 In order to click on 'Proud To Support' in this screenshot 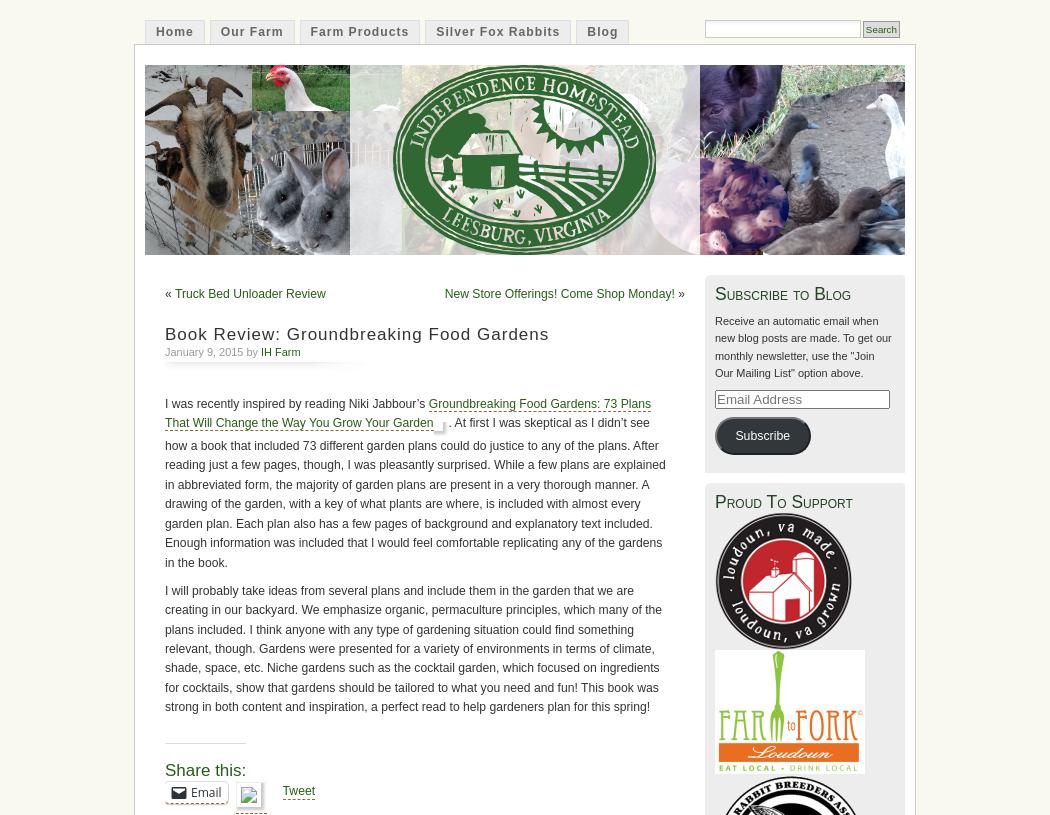, I will do `click(714, 500)`.